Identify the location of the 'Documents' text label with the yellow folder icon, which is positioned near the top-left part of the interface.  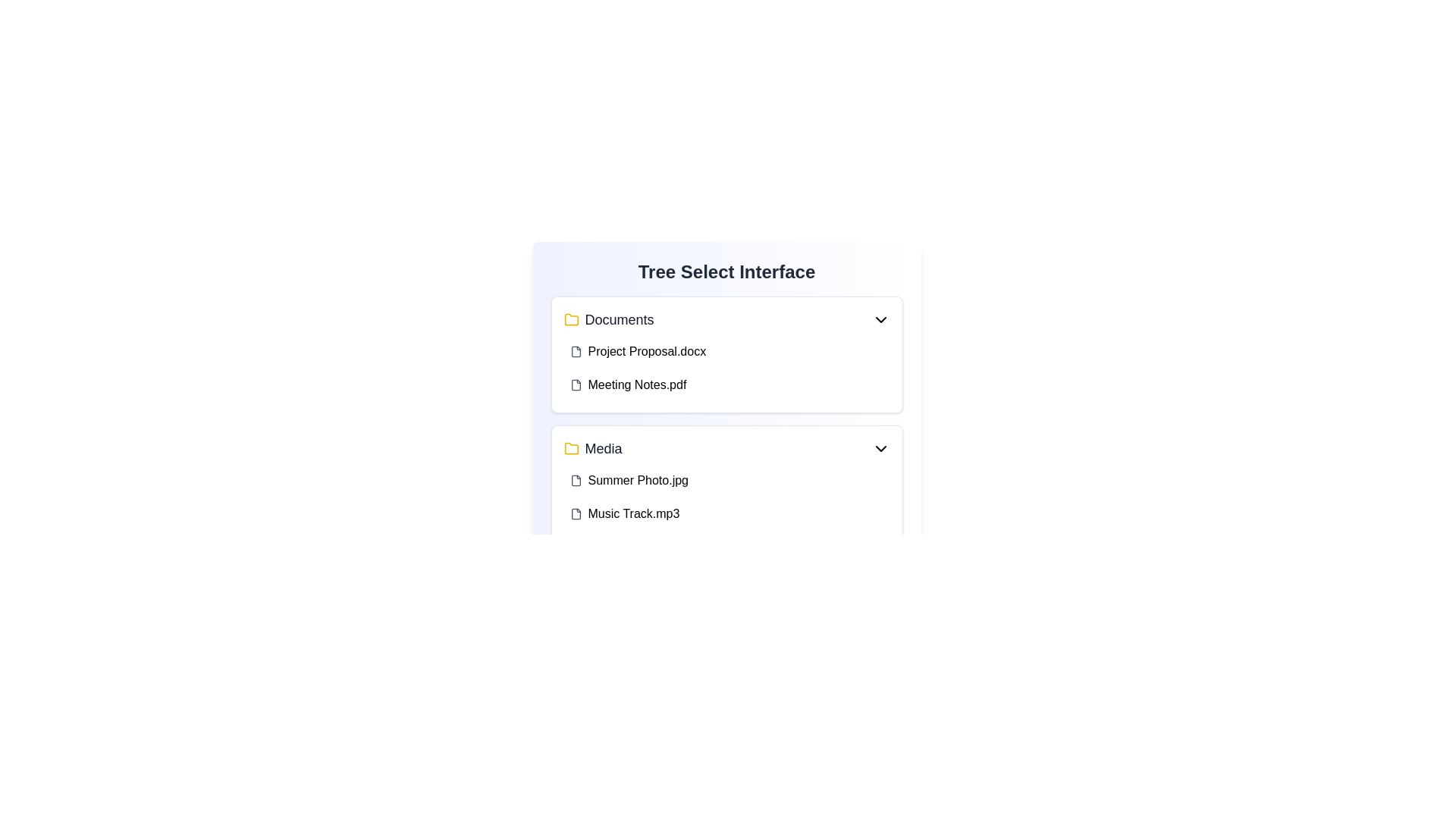
(608, 318).